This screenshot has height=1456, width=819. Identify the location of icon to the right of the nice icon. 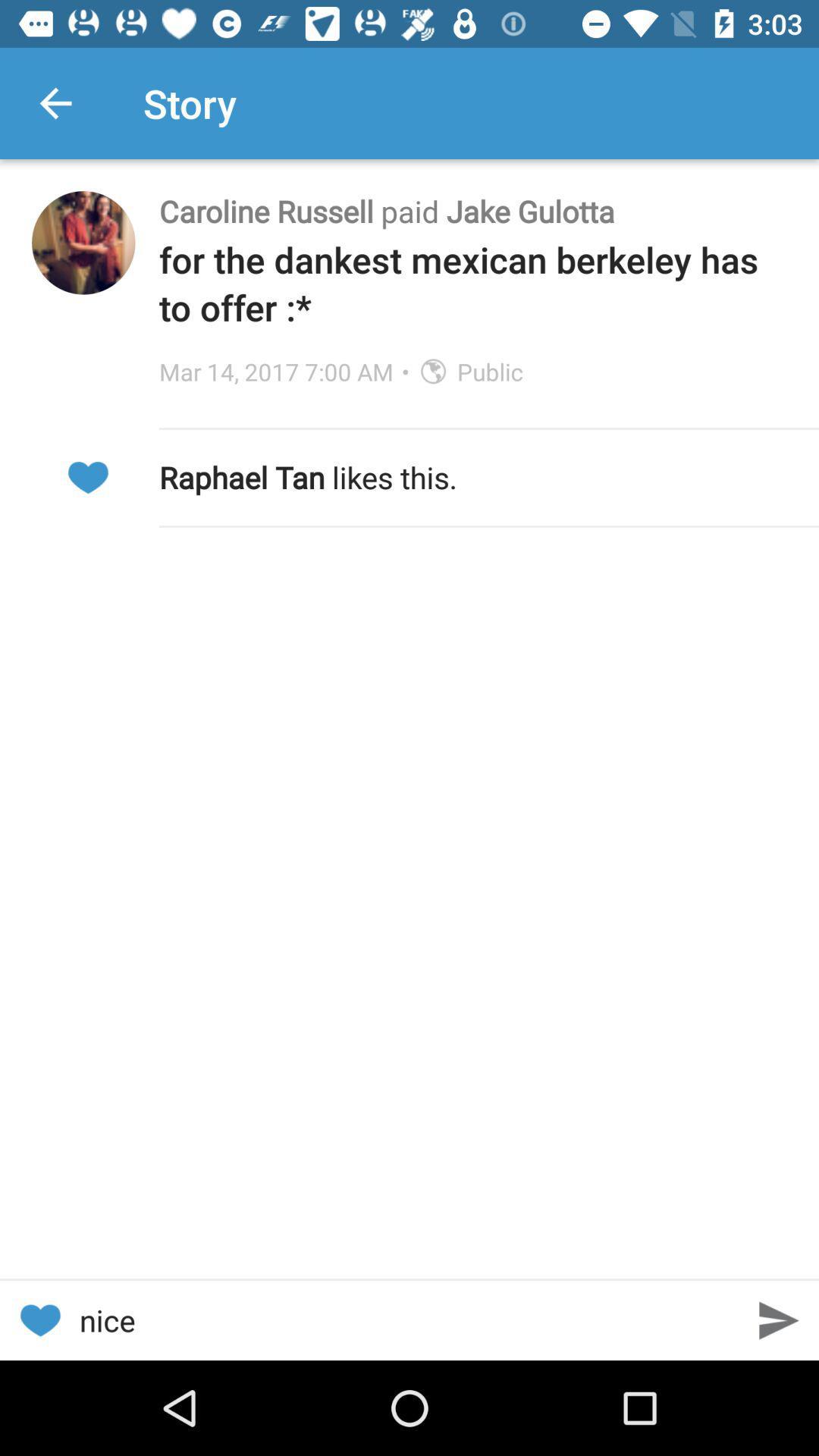
(779, 1319).